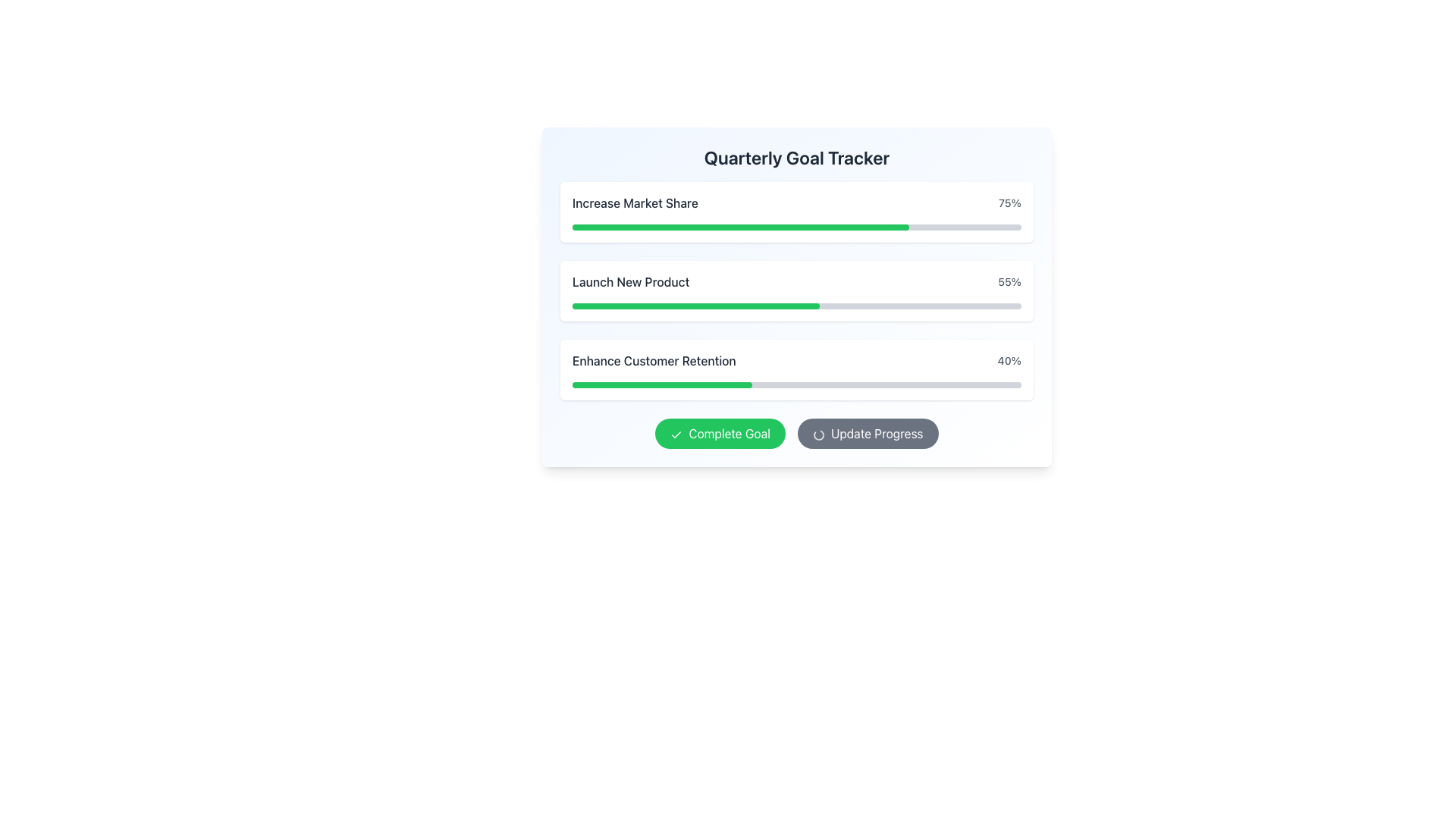 This screenshot has width=1456, height=819. I want to click on the circular loader icon located inside the 'Update Progress' button, positioned to the left of the text label, so click(817, 435).